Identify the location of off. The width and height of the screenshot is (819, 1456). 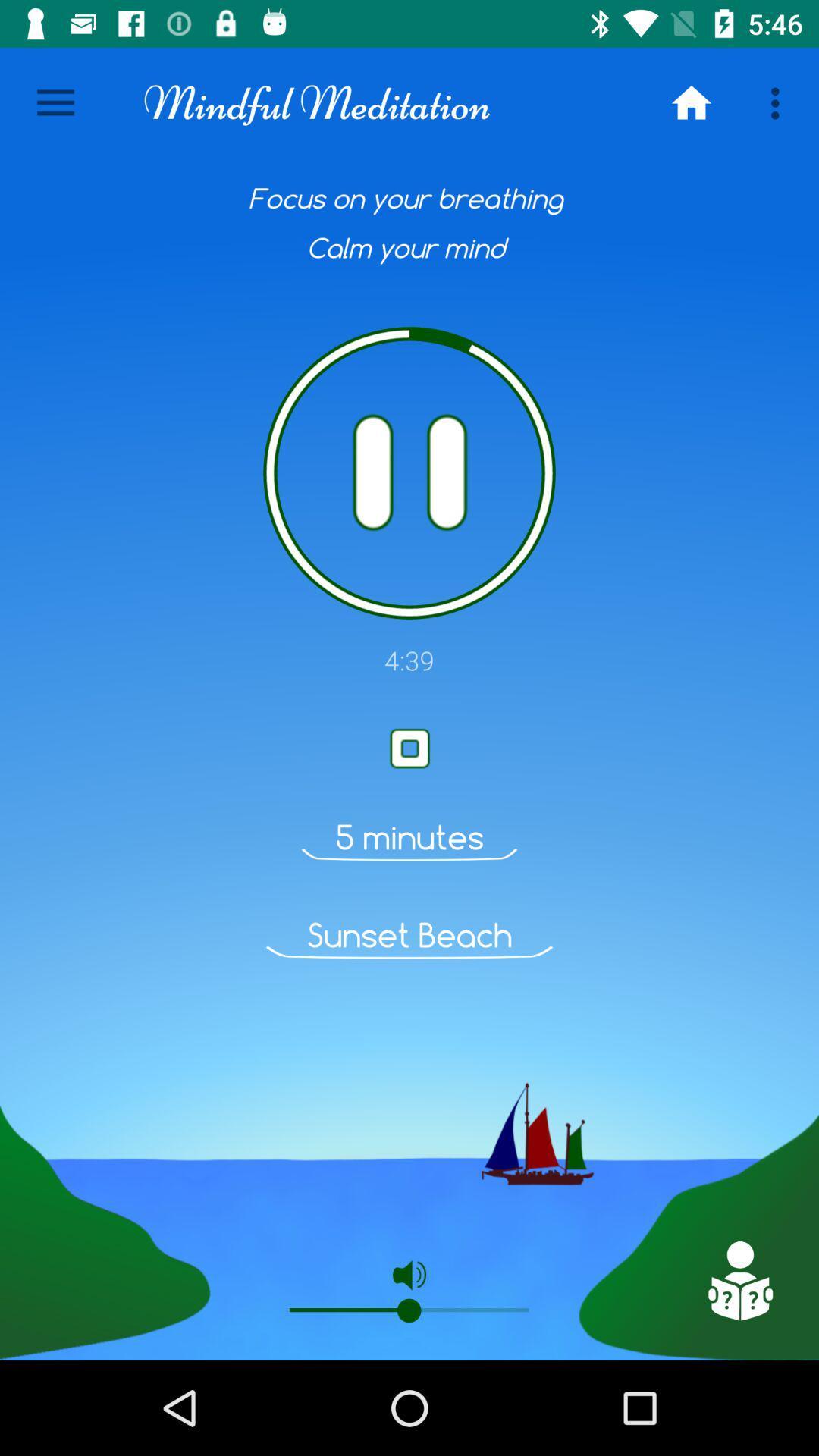
(409, 472).